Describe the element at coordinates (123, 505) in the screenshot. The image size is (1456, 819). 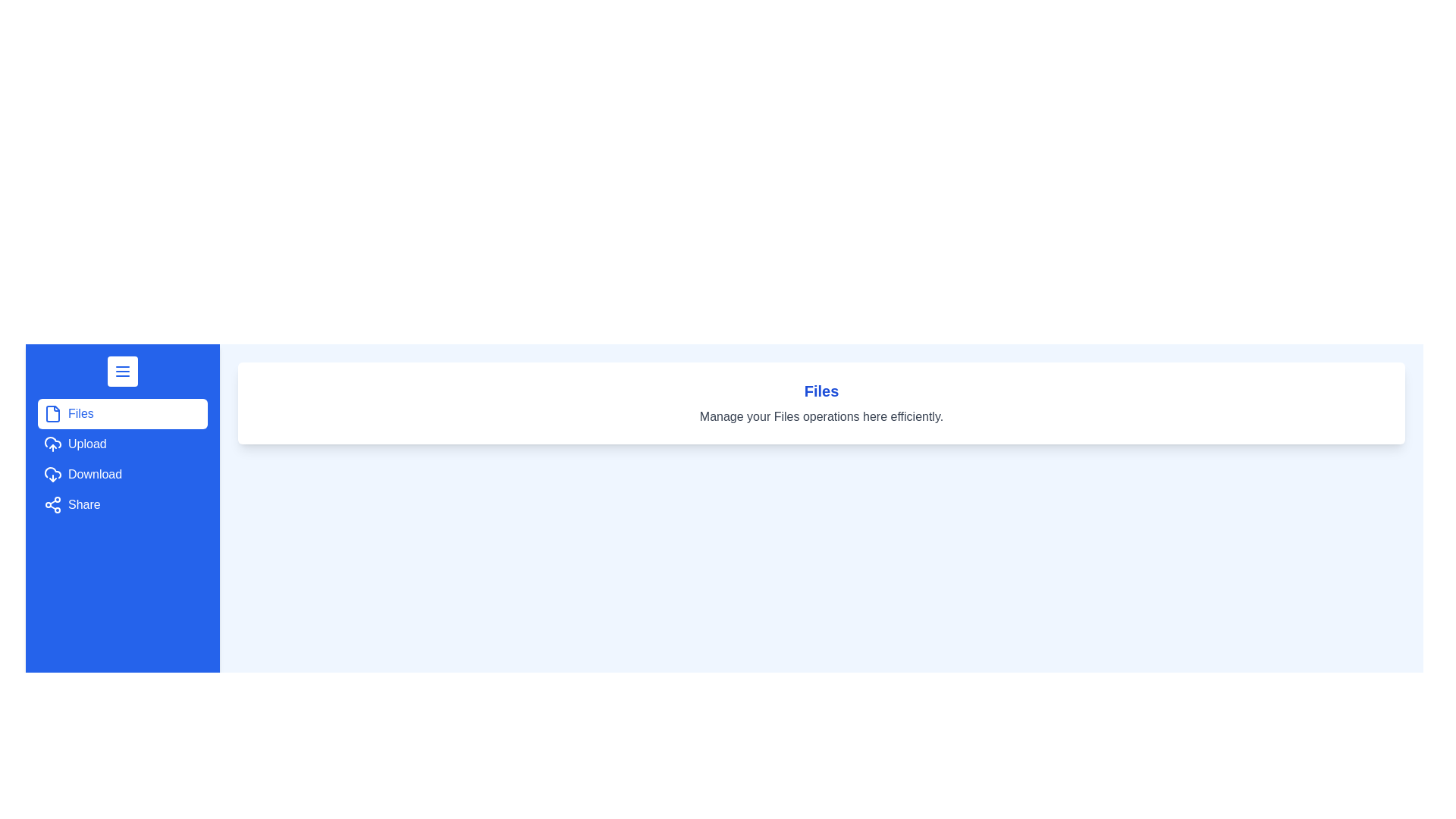
I see `the menu option Share from the drawer` at that location.